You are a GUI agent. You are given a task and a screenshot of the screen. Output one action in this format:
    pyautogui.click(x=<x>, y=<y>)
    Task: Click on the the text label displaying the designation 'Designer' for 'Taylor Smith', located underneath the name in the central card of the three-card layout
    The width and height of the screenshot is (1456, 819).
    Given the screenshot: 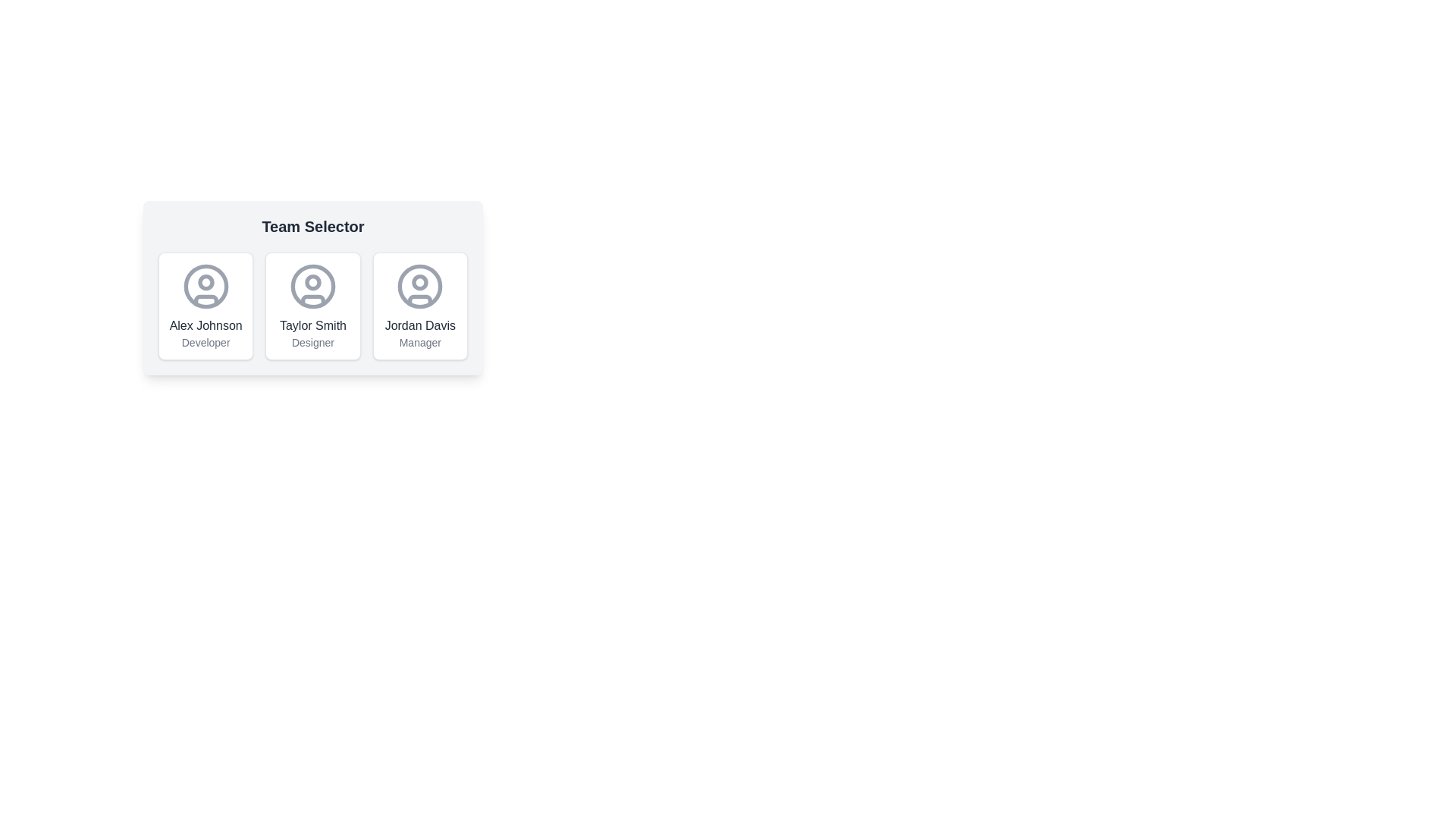 What is the action you would take?
    pyautogui.click(x=312, y=342)
    